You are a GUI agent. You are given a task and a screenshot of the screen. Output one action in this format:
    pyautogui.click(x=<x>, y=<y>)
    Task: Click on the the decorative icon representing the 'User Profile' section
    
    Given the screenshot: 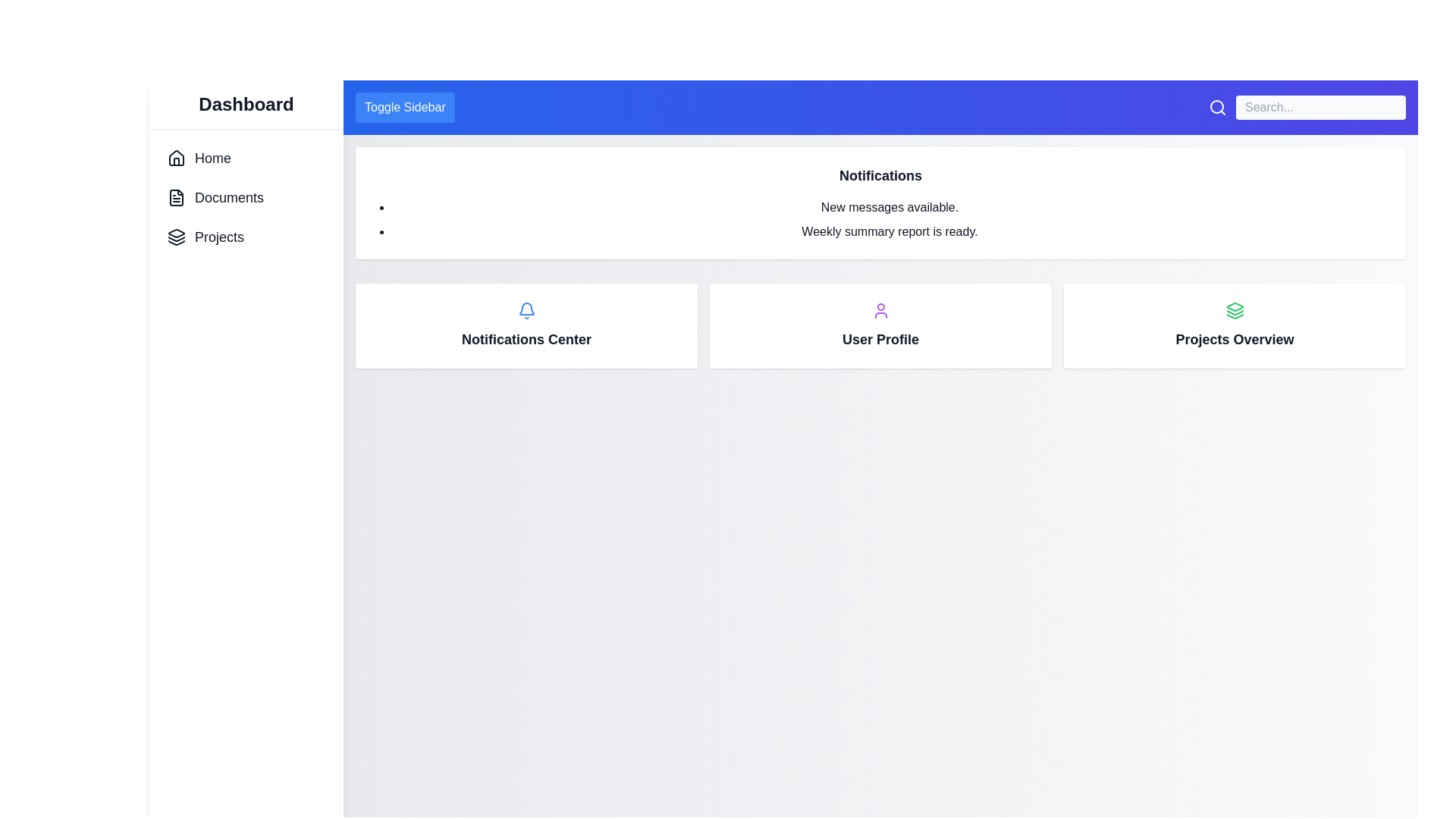 What is the action you would take?
    pyautogui.click(x=880, y=309)
    